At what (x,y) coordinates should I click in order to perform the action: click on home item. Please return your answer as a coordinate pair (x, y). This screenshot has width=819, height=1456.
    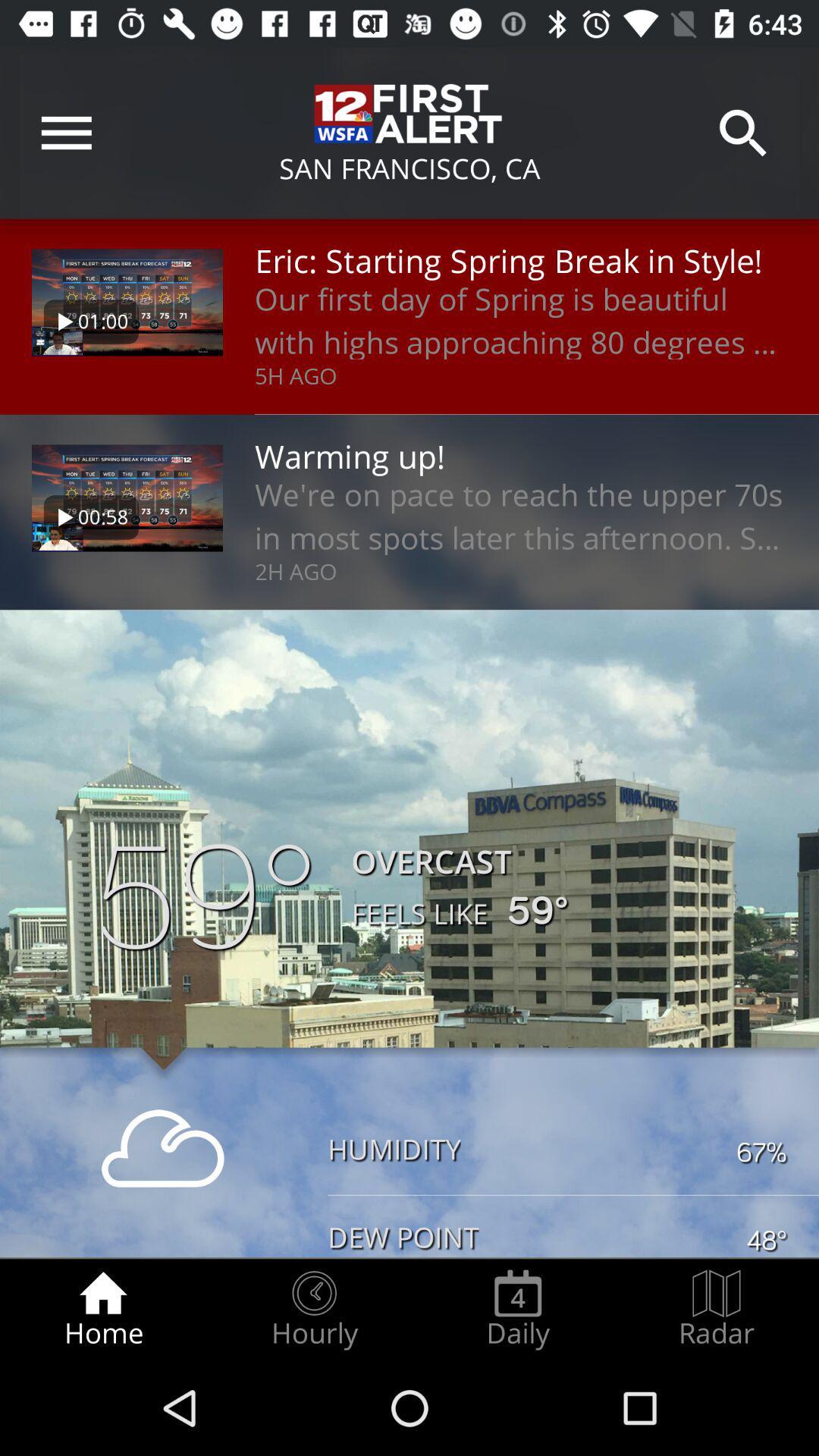
    Looking at the image, I should click on (102, 1309).